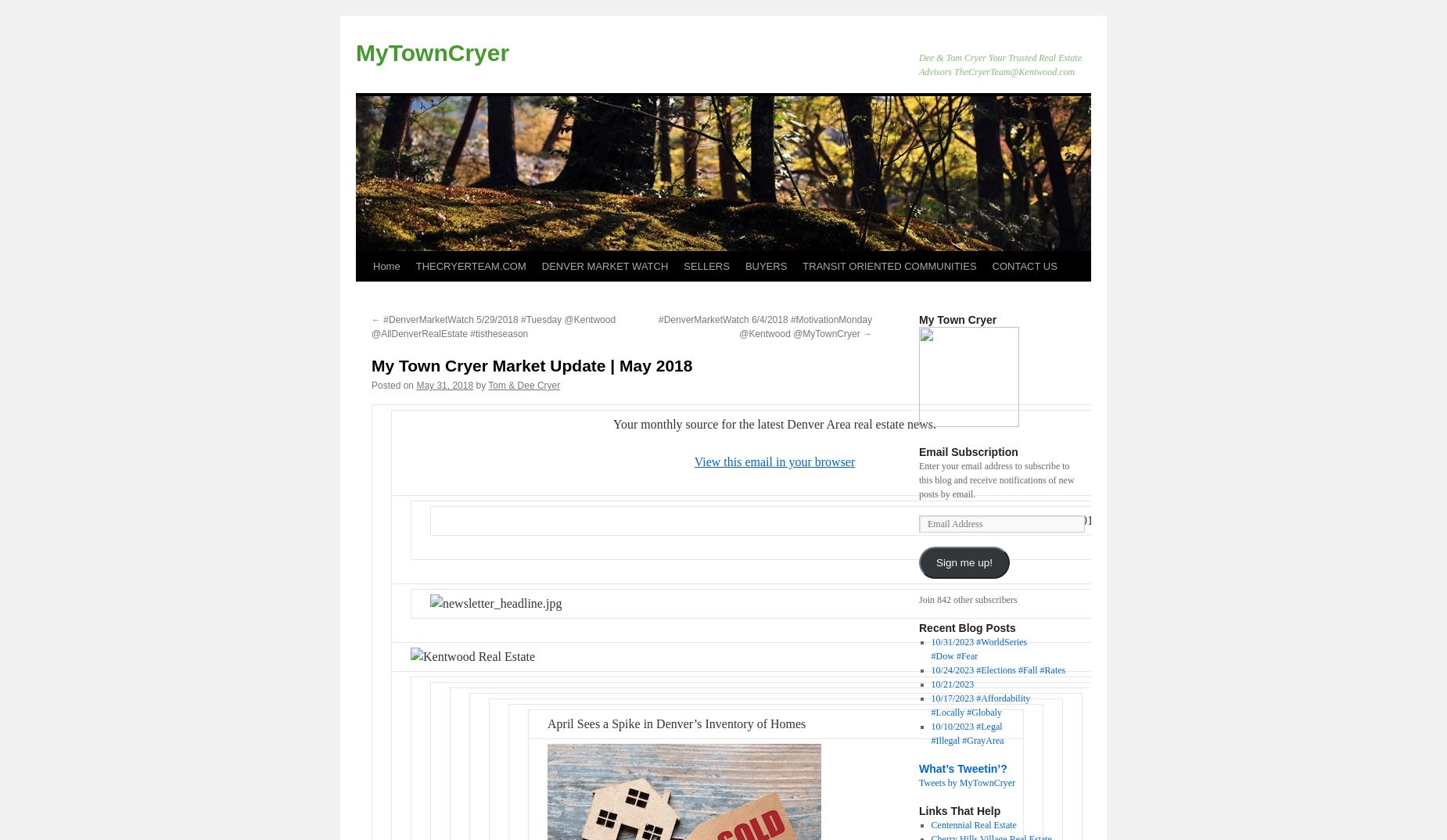 The height and width of the screenshot is (840, 1447). I want to click on '10/10/2023 #Legal #Illegal #GrayArea', so click(966, 734).